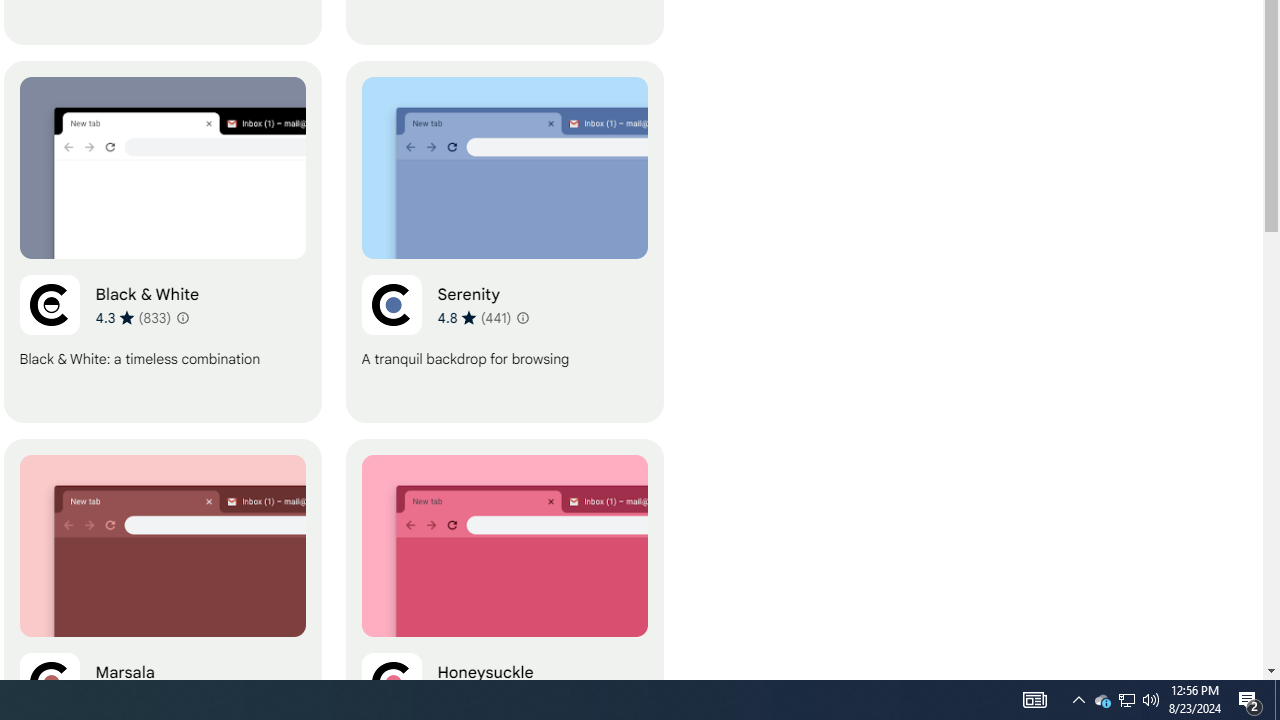  What do you see at coordinates (183, 316) in the screenshot?
I see `'Learn more about results and reviews "Black & White"'` at bounding box center [183, 316].